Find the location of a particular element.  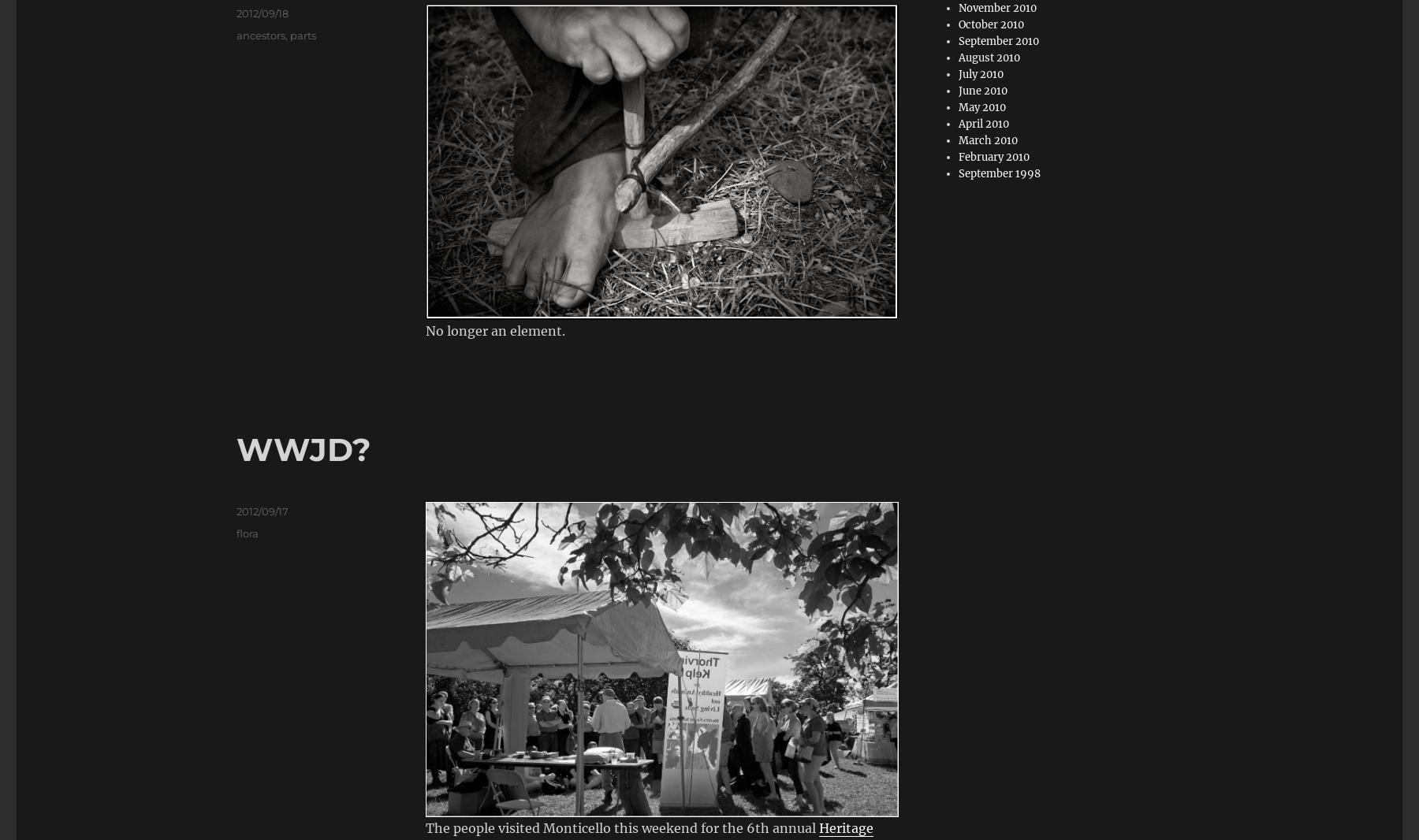

'September 2010' is located at coordinates (999, 40).